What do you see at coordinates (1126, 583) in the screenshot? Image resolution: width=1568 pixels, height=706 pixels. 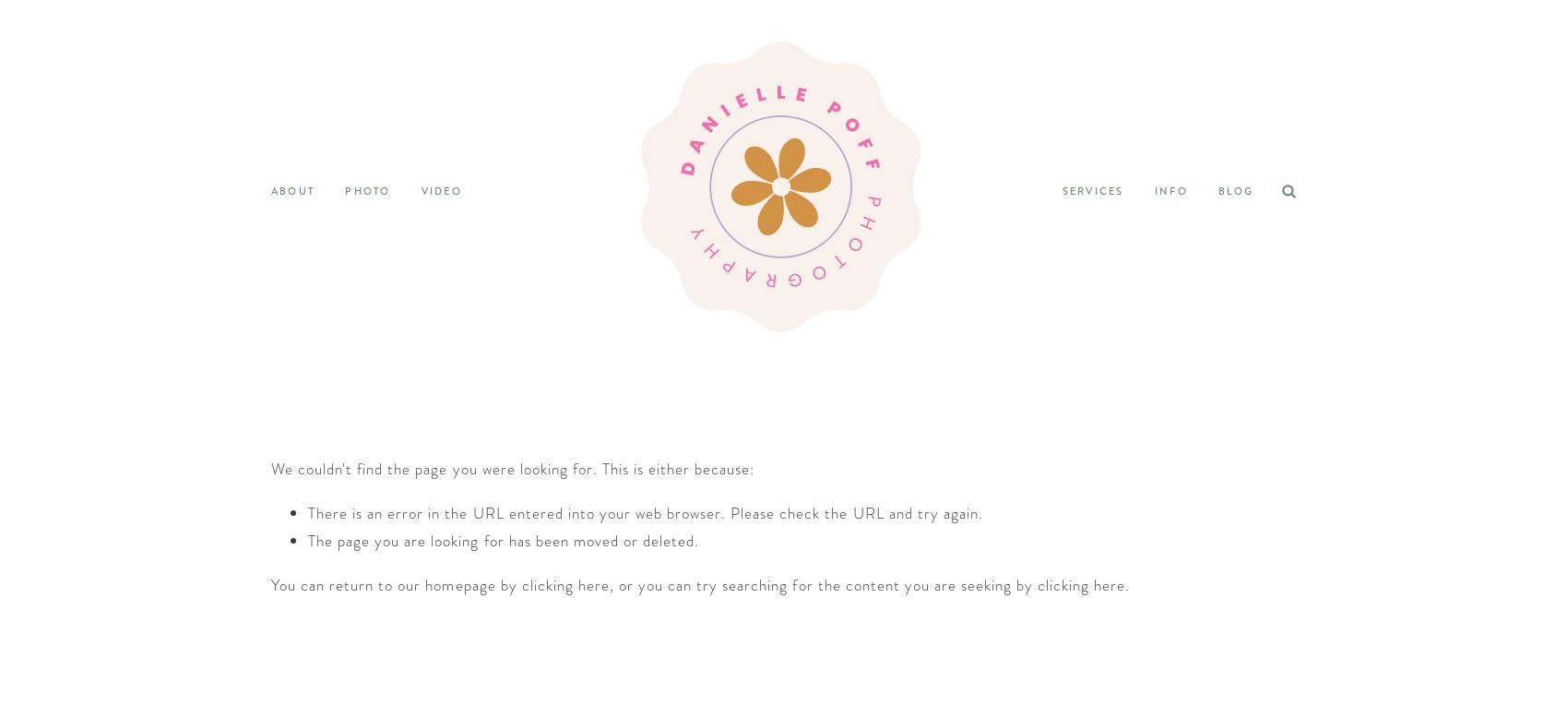 I see `'.'` at bounding box center [1126, 583].